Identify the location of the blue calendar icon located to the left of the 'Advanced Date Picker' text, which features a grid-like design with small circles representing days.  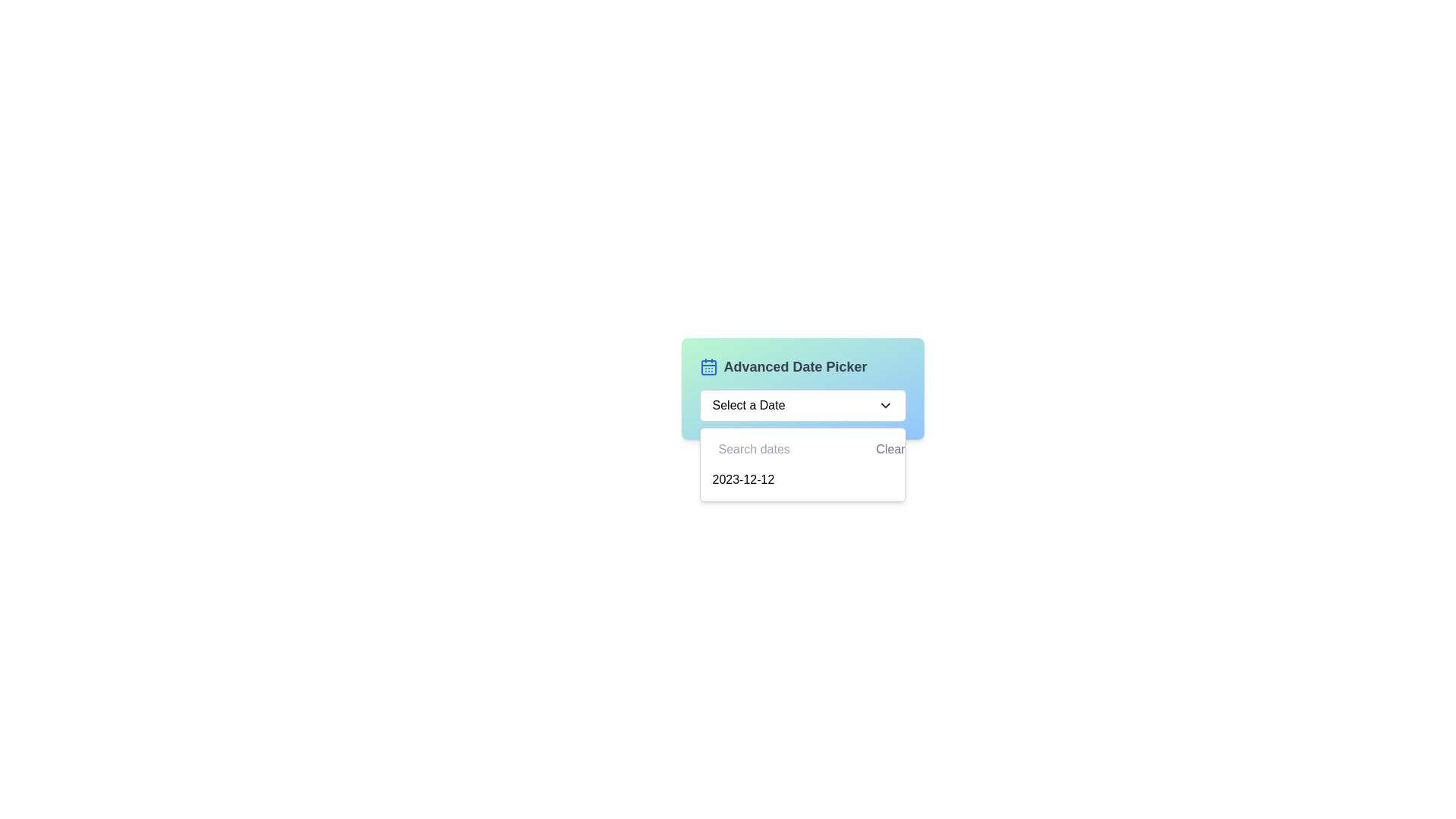
(708, 366).